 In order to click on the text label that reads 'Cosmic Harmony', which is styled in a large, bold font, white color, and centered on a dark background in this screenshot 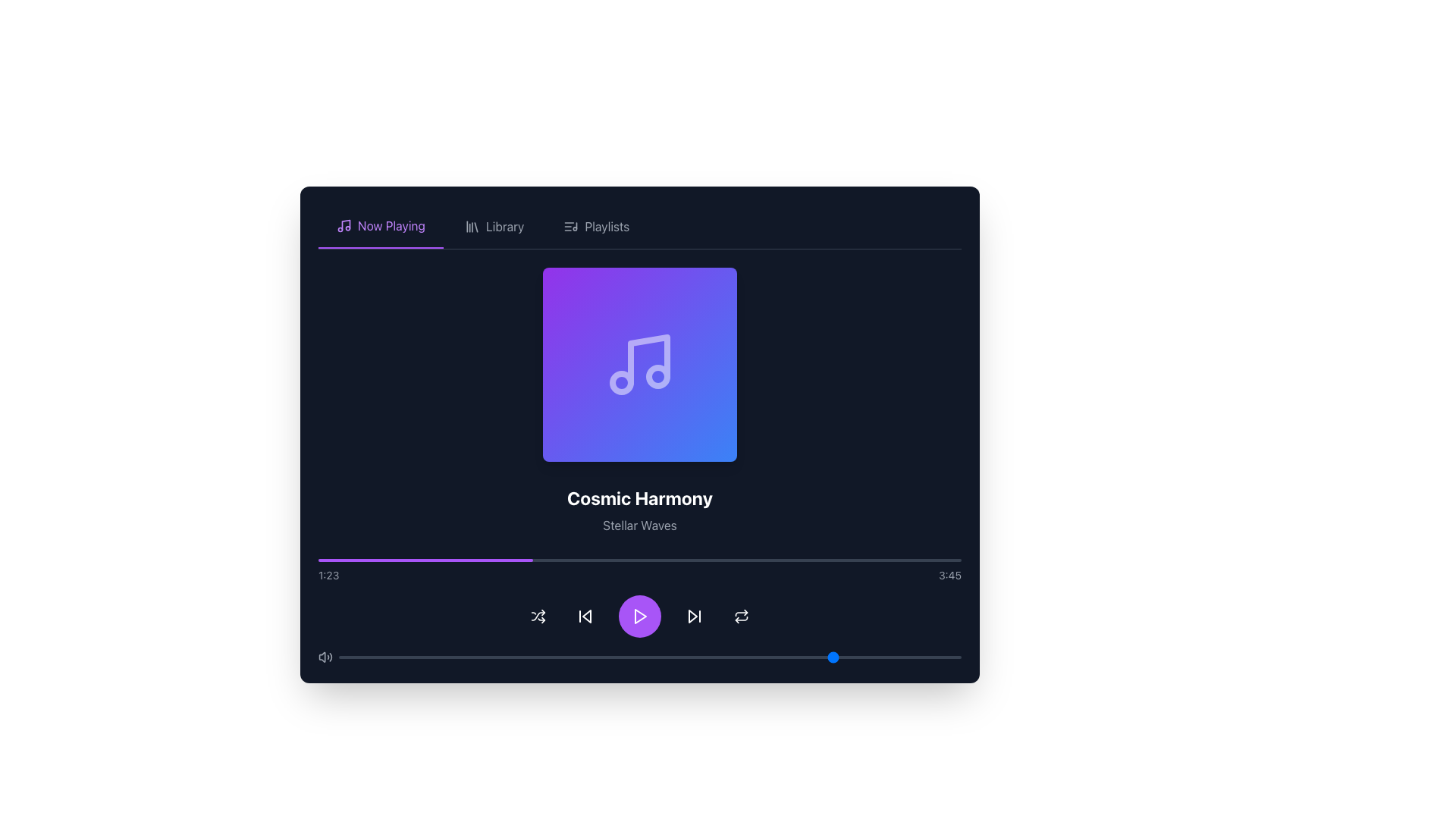, I will do `click(640, 497)`.